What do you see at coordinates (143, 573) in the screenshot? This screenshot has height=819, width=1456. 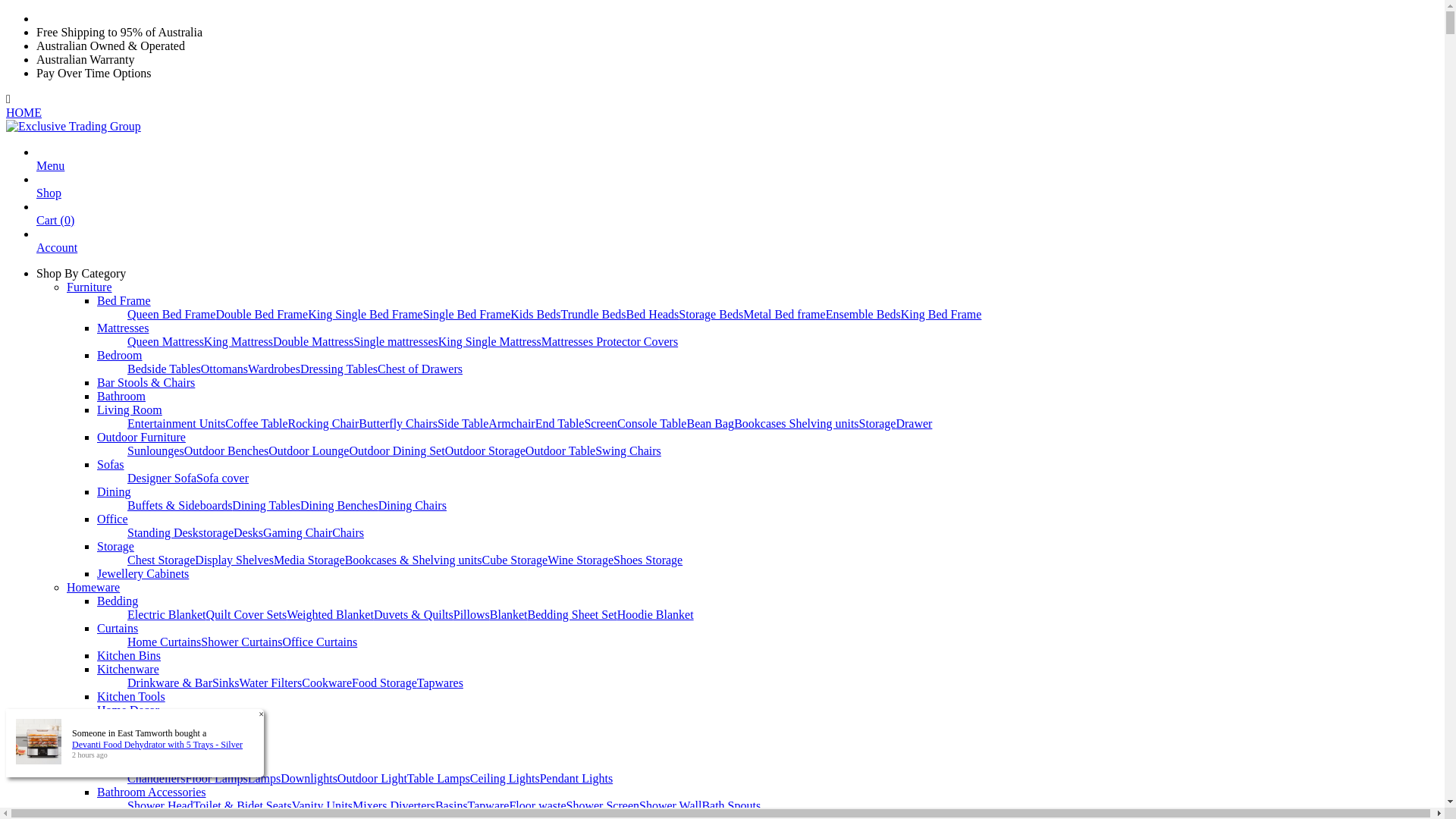 I see `'Jewellery Cabinets'` at bounding box center [143, 573].